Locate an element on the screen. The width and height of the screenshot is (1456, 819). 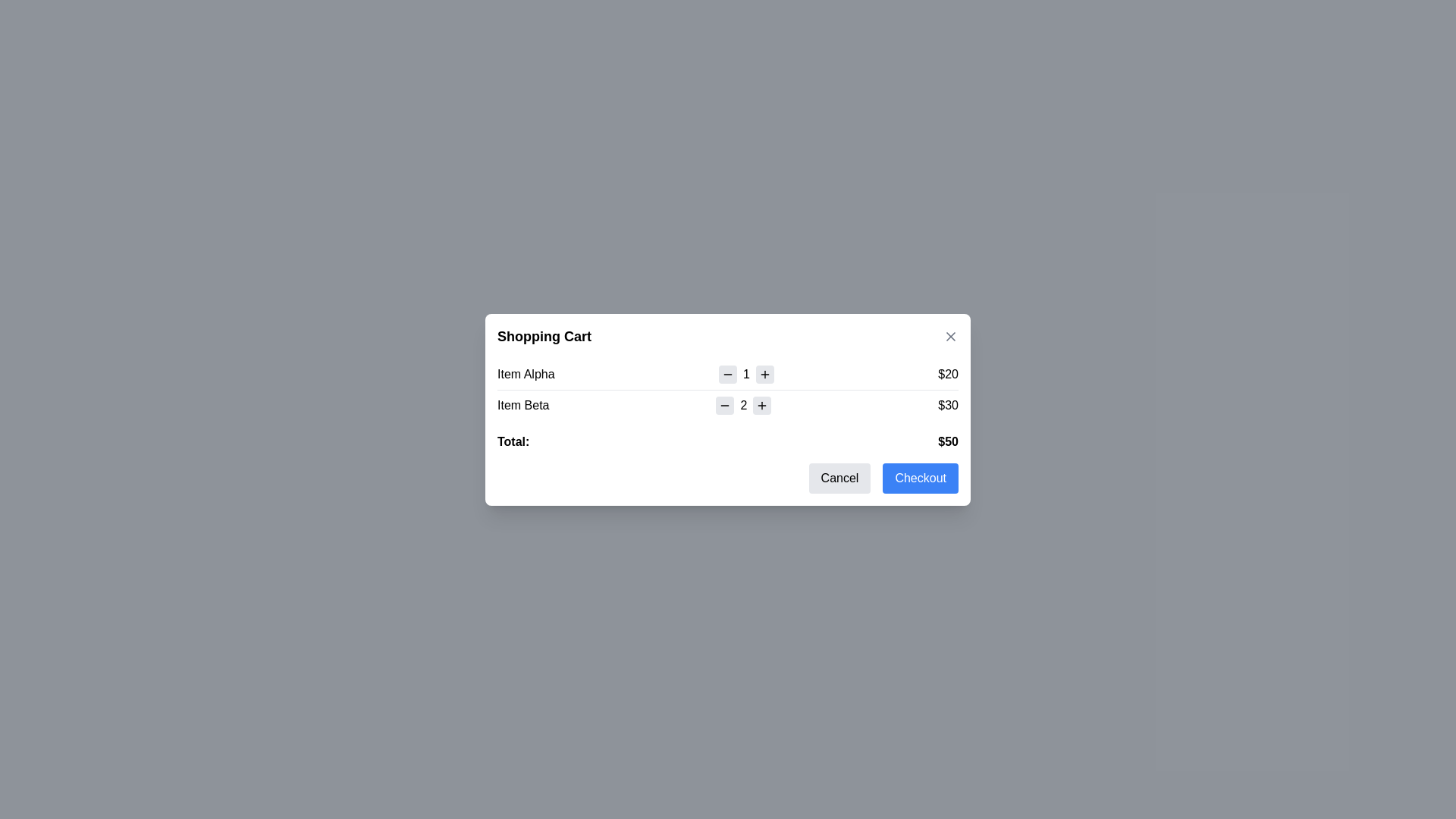
the minus button to decrease the quantity of 'Item Alpha' in the shopping cart, which is the first item listed is located at coordinates (728, 374).